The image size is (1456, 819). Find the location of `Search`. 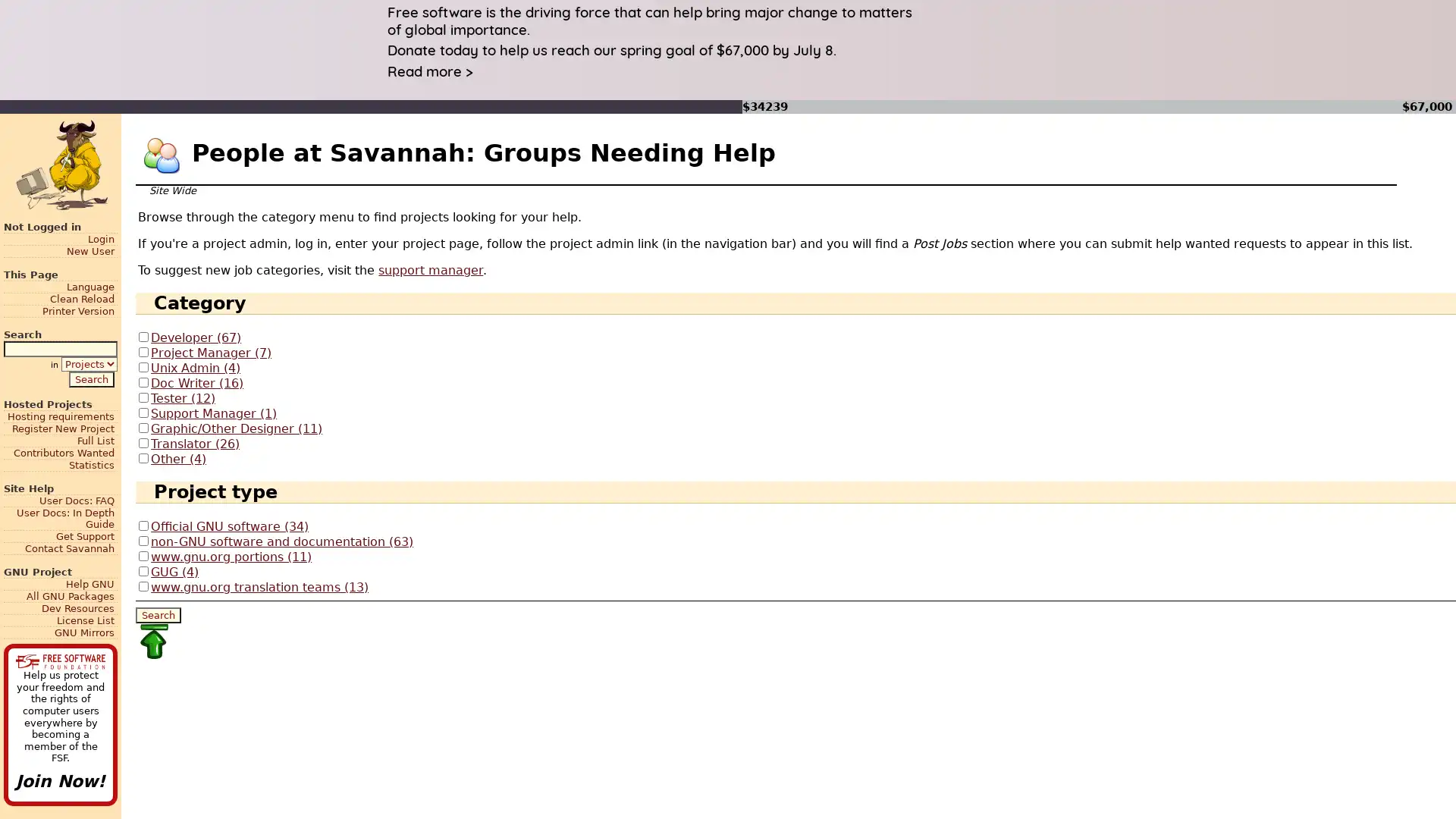

Search is located at coordinates (158, 614).